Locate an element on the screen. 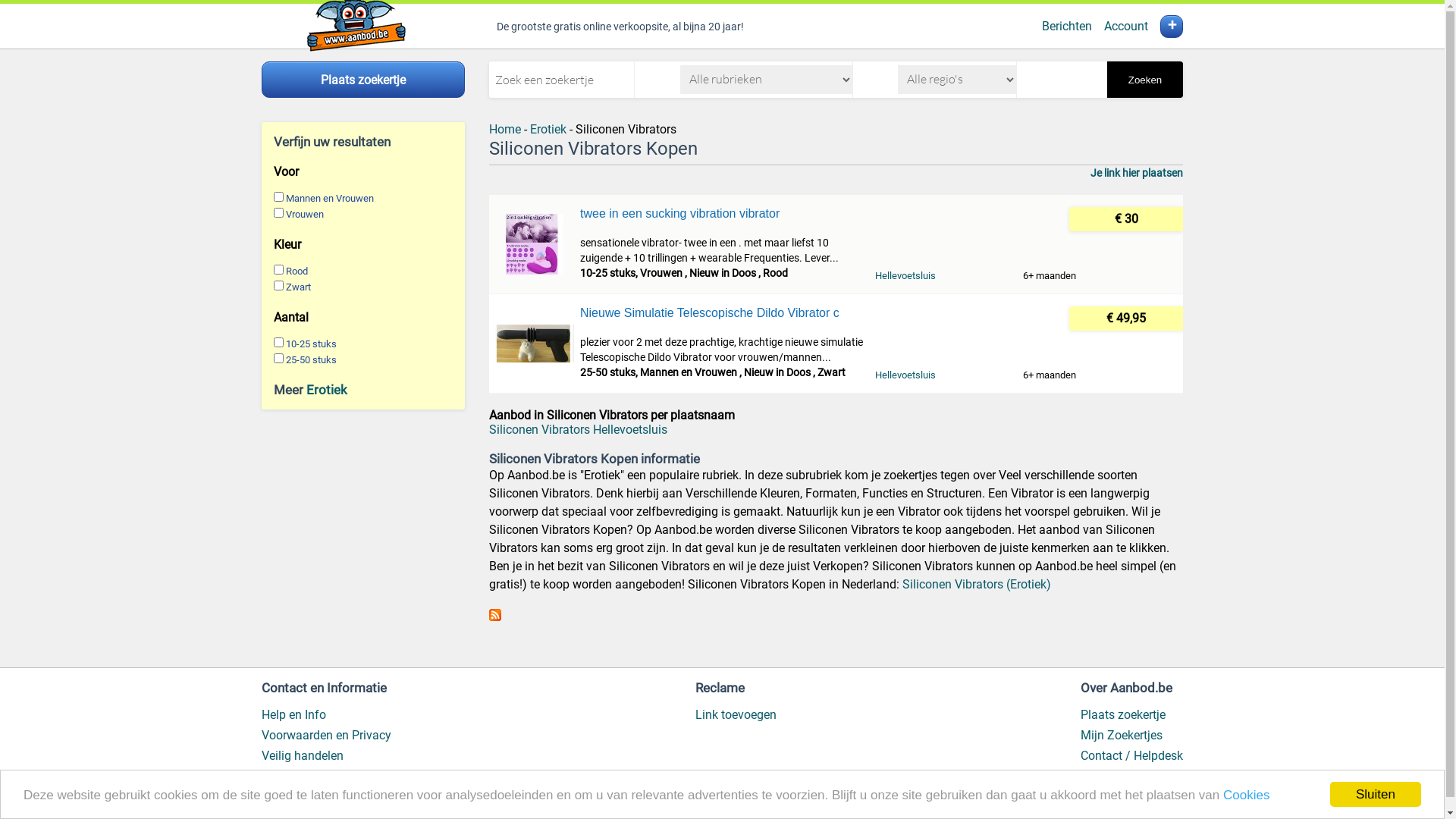 The height and width of the screenshot is (819, 1456). '+' is located at coordinates (1171, 26).